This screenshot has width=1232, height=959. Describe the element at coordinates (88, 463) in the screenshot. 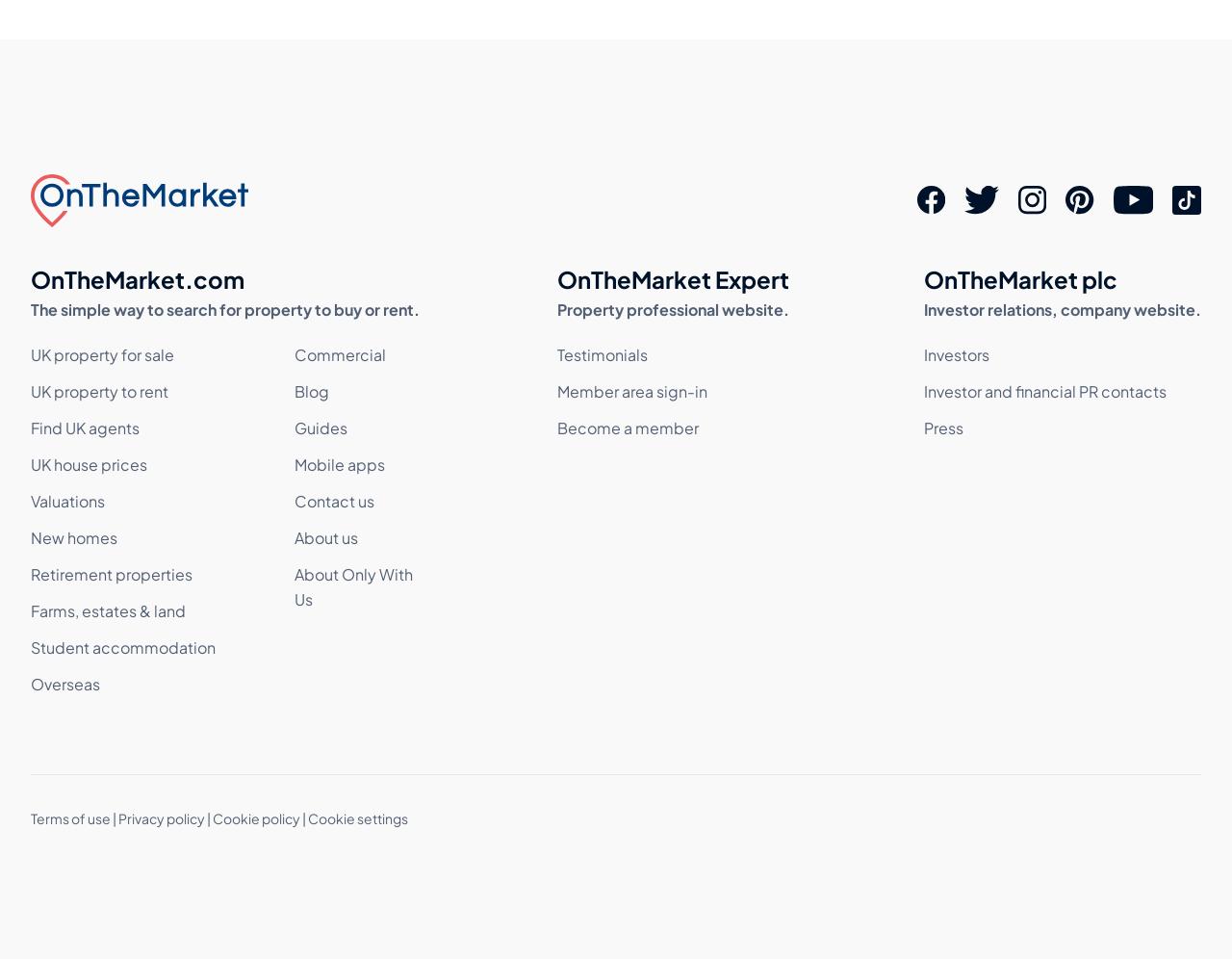

I see `'UK house prices'` at that location.